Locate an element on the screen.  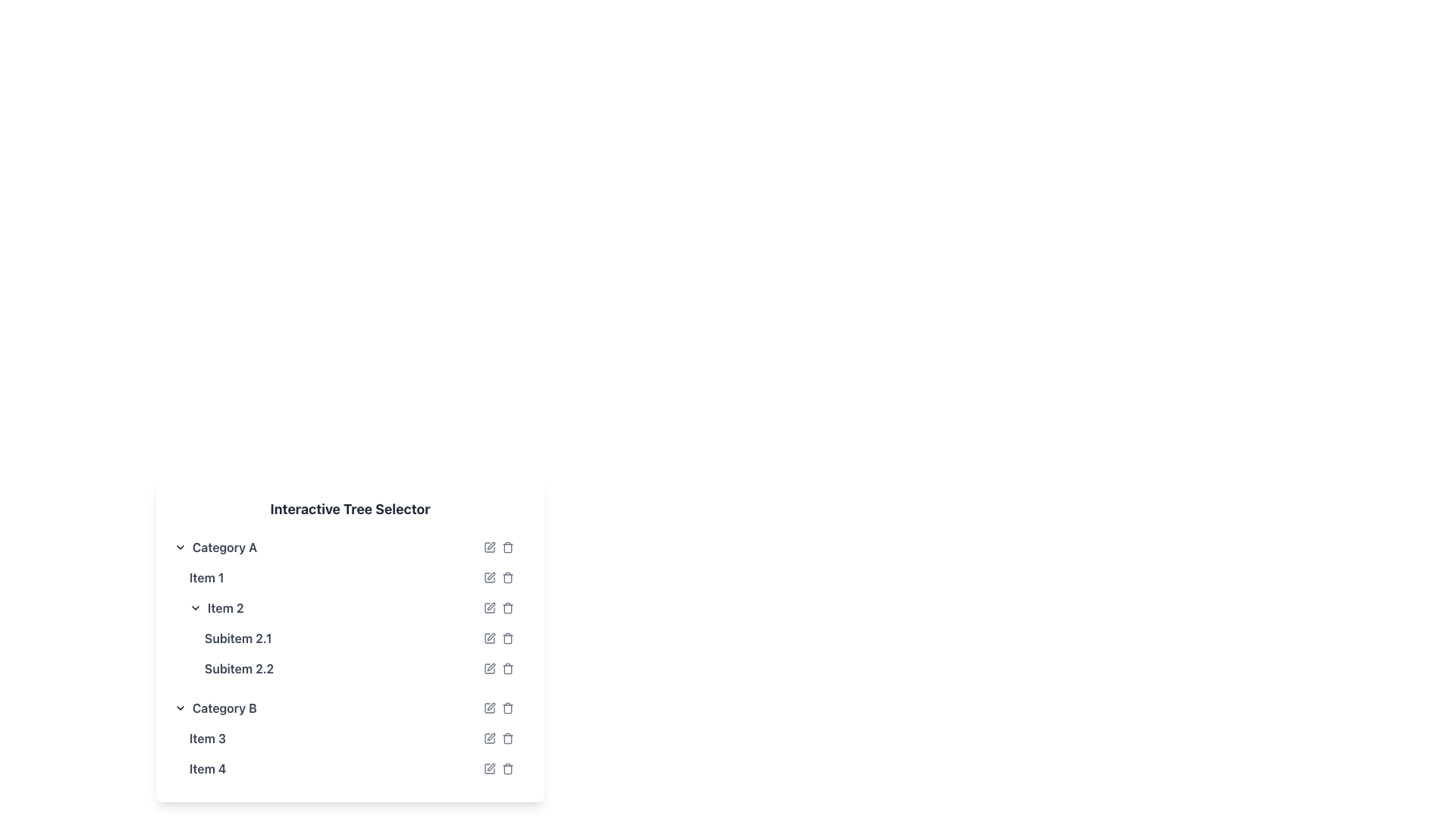
the edit icon button located to the right of the text 'Subitem 2.2' in the 'Interactive Tree Selector' is located at coordinates (490, 668).